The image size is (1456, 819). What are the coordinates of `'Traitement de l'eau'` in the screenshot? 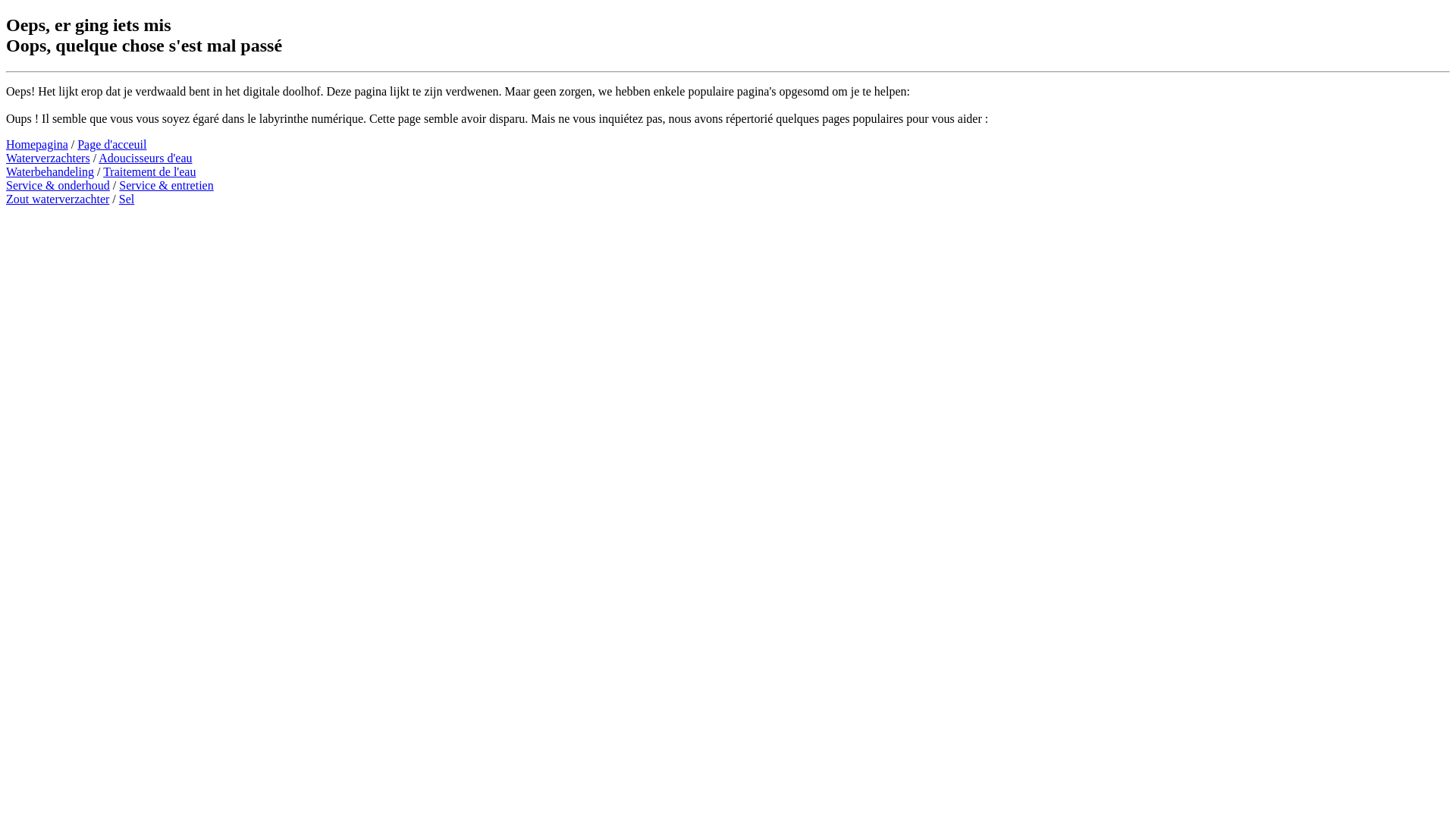 It's located at (149, 171).